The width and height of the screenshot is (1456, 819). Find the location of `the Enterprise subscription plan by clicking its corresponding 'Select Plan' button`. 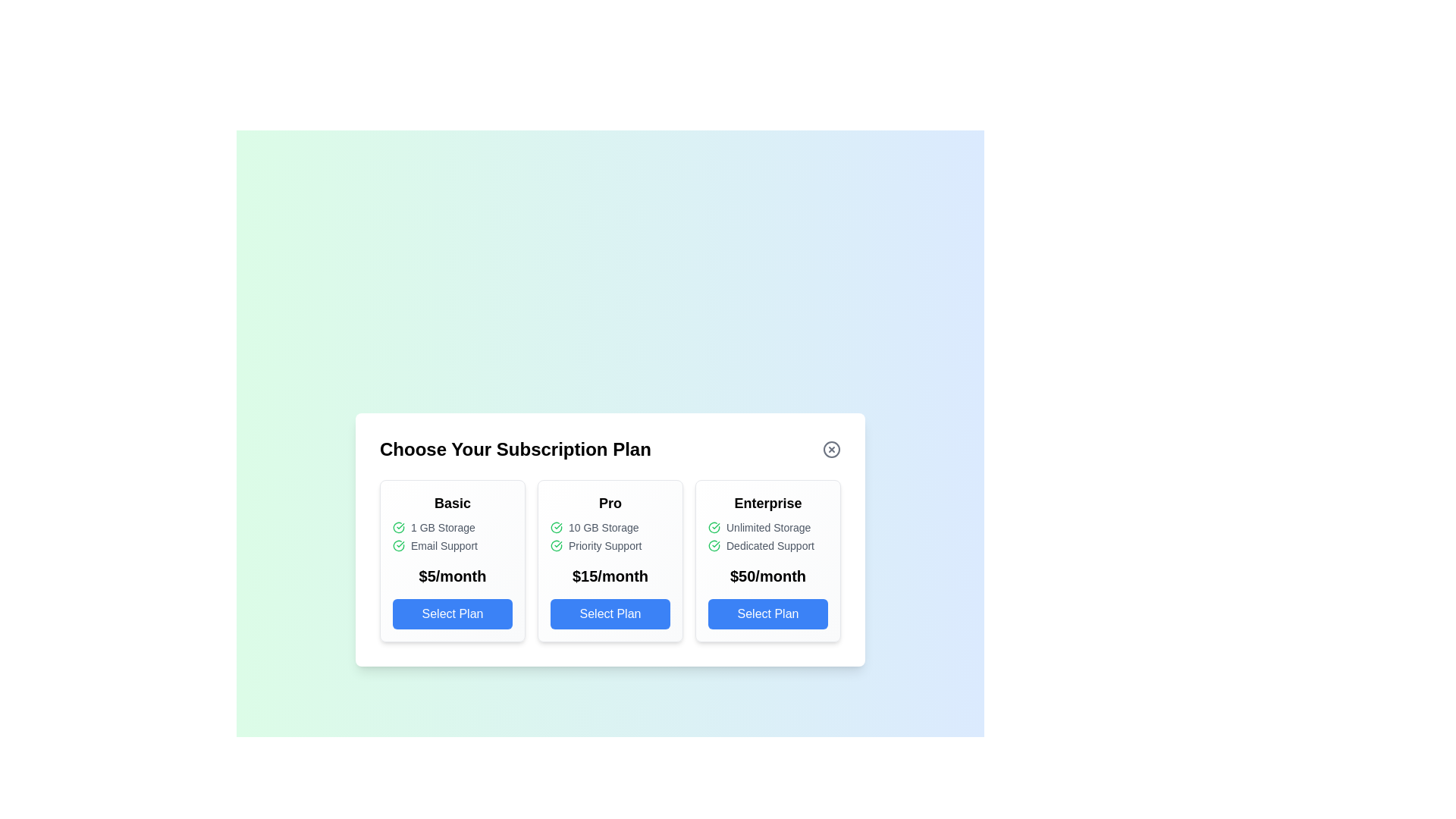

the Enterprise subscription plan by clicking its corresponding 'Select Plan' button is located at coordinates (767, 614).